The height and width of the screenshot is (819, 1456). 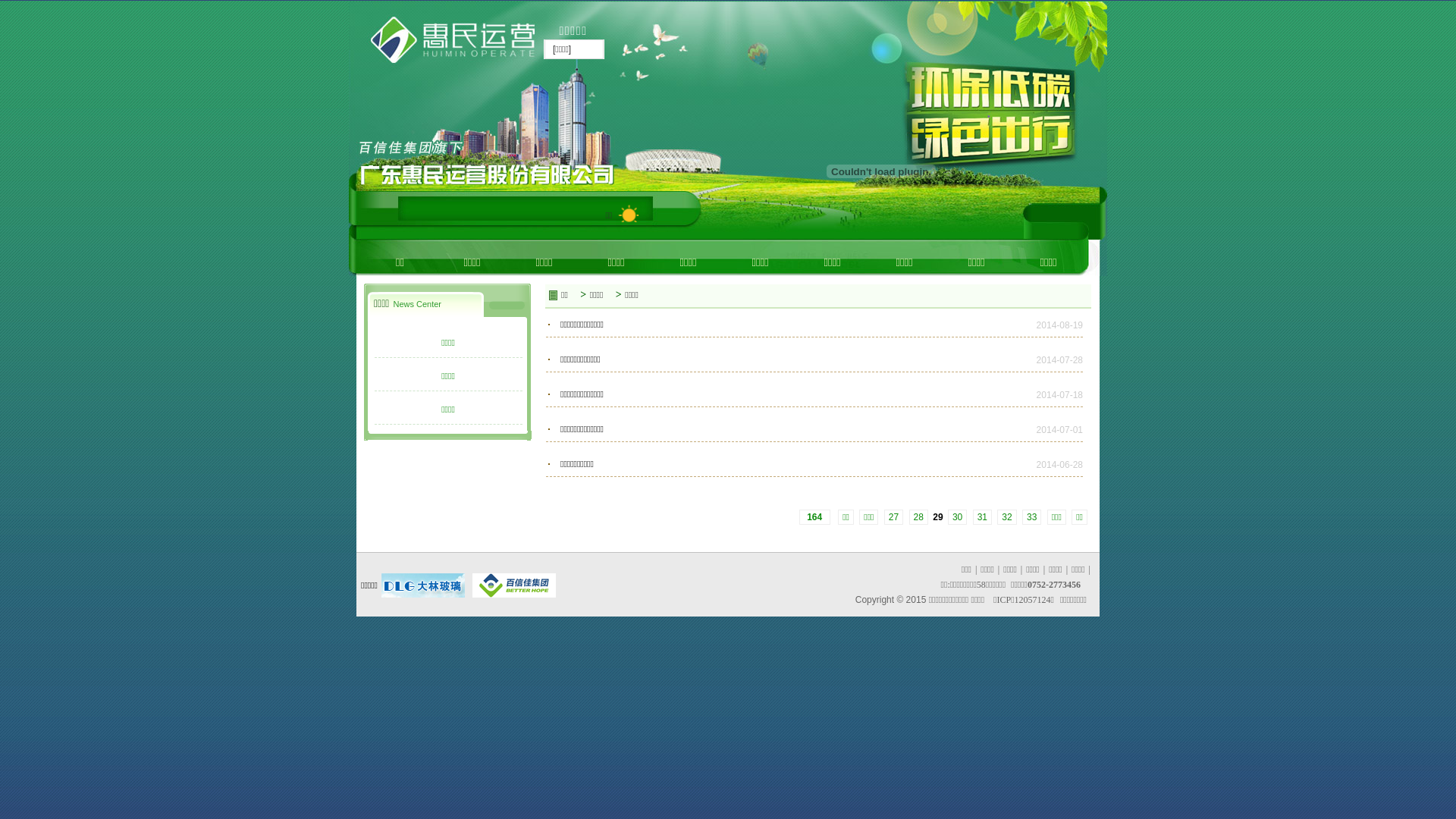 What do you see at coordinates (982, 516) in the screenshot?
I see `'31'` at bounding box center [982, 516].